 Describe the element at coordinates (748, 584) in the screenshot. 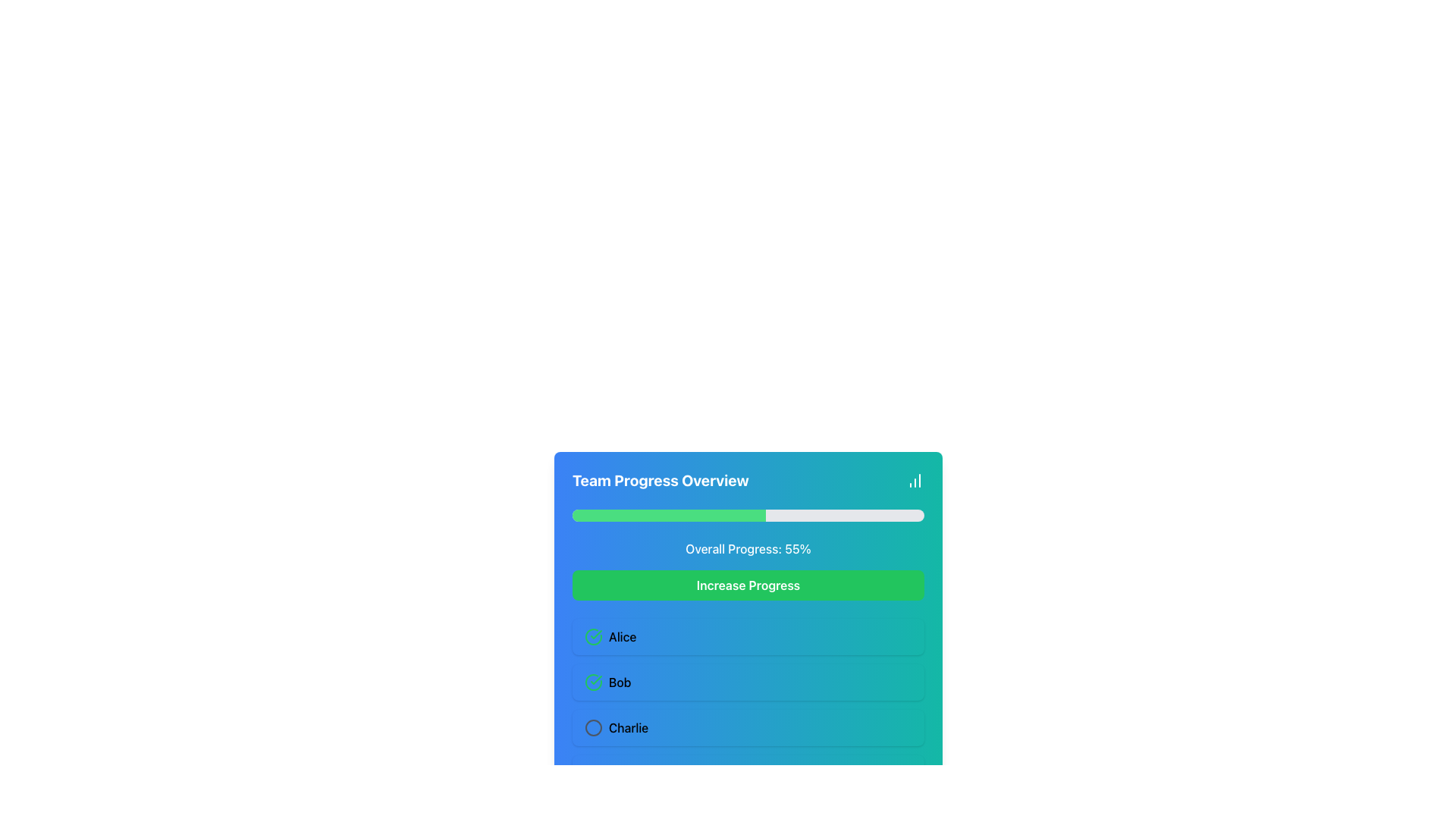

I see `the bright green button labeled 'Increase Progress' located below the progress bar in the 'Team Progress Overview' card` at that location.